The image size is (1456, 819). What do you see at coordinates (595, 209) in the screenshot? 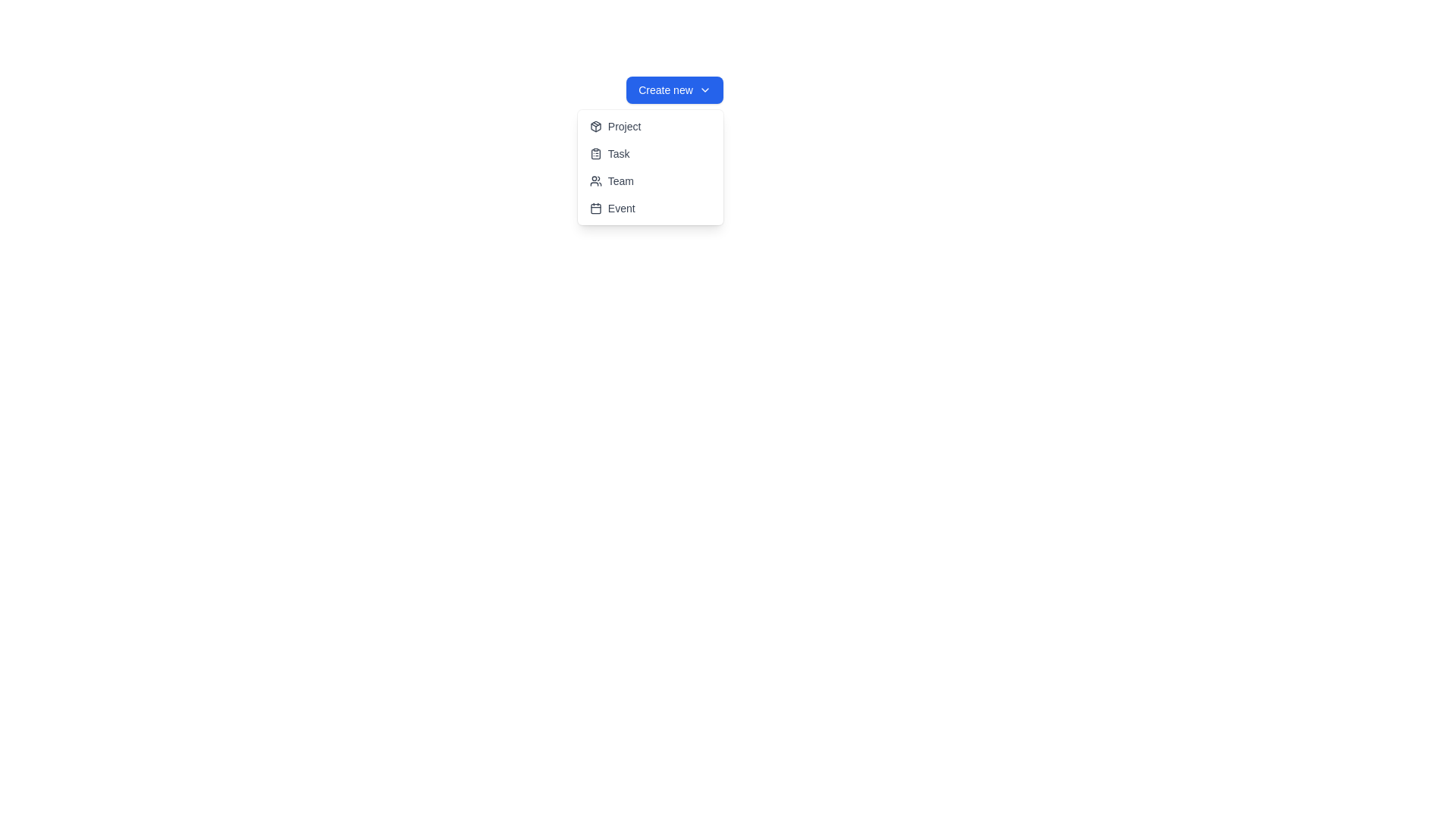
I see `the visual status of the calendar icon with red shading located adjacent to the 'Event' menu item in the dropdown menu` at bounding box center [595, 209].